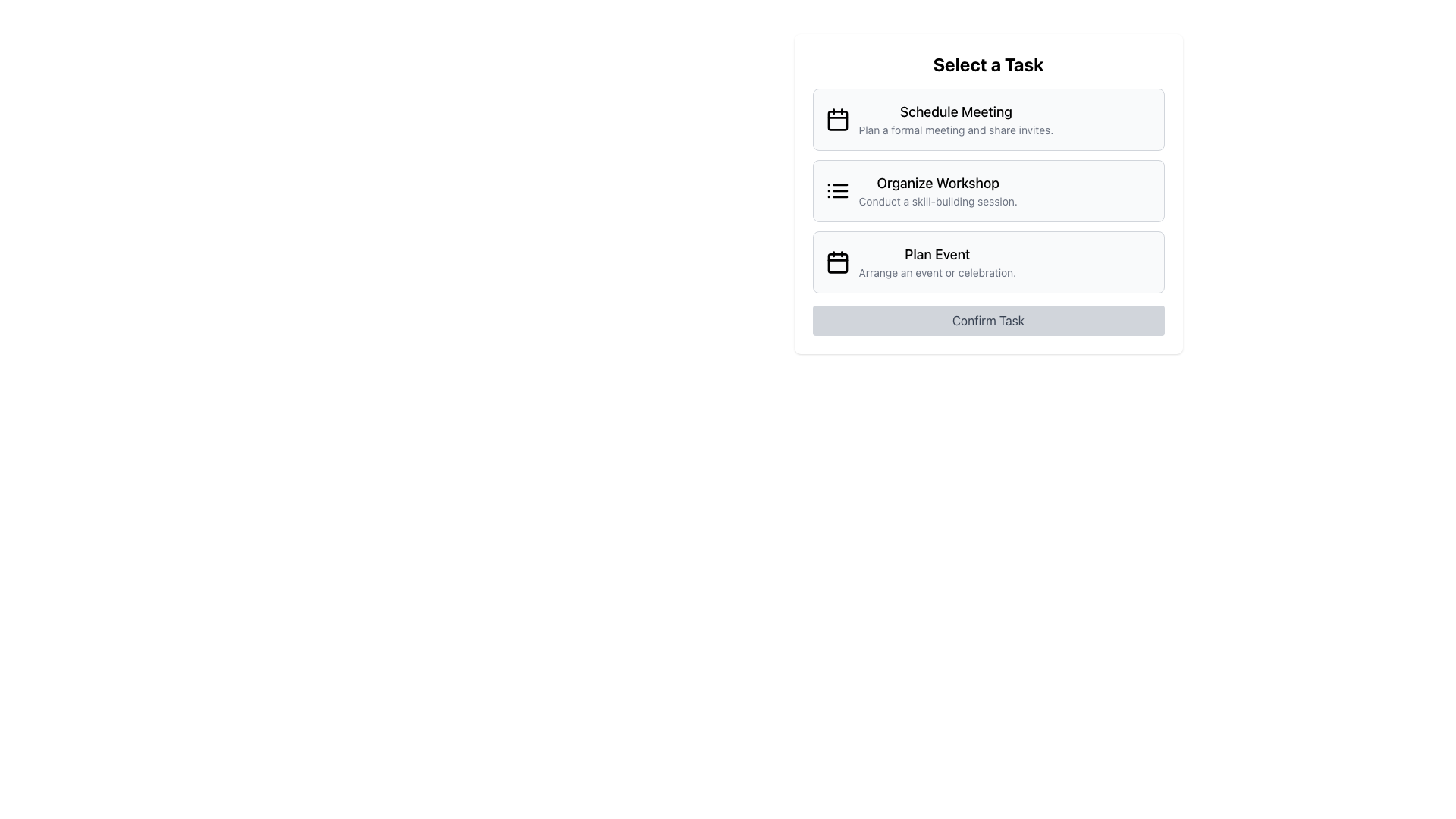 This screenshot has width=1456, height=819. Describe the element at coordinates (988, 119) in the screenshot. I see `the first card option in the vertical list under 'Select a Task' to initiate the meeting planning process` at that location.